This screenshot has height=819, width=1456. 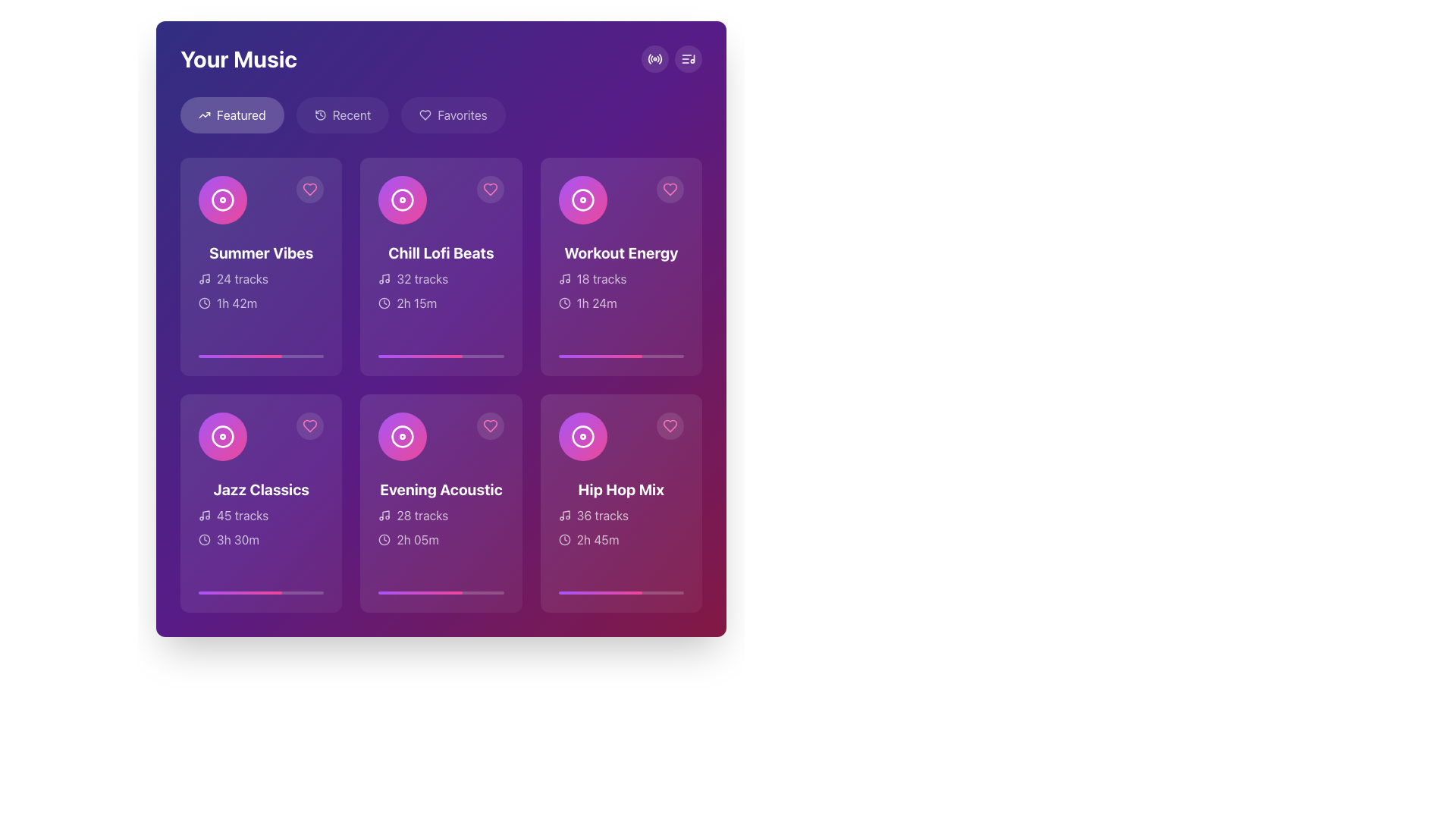 What do you see at coordinates (221, 436) in the screenshot?
I see `the music disc icon, which is a circular disc with a smaller concentric circle in the middle, styled with a gradient color transitioning from pink to purple, located in the middle of the card labeled 'Jazz Classics' in the Featured section` at bounding box center [221, 436].